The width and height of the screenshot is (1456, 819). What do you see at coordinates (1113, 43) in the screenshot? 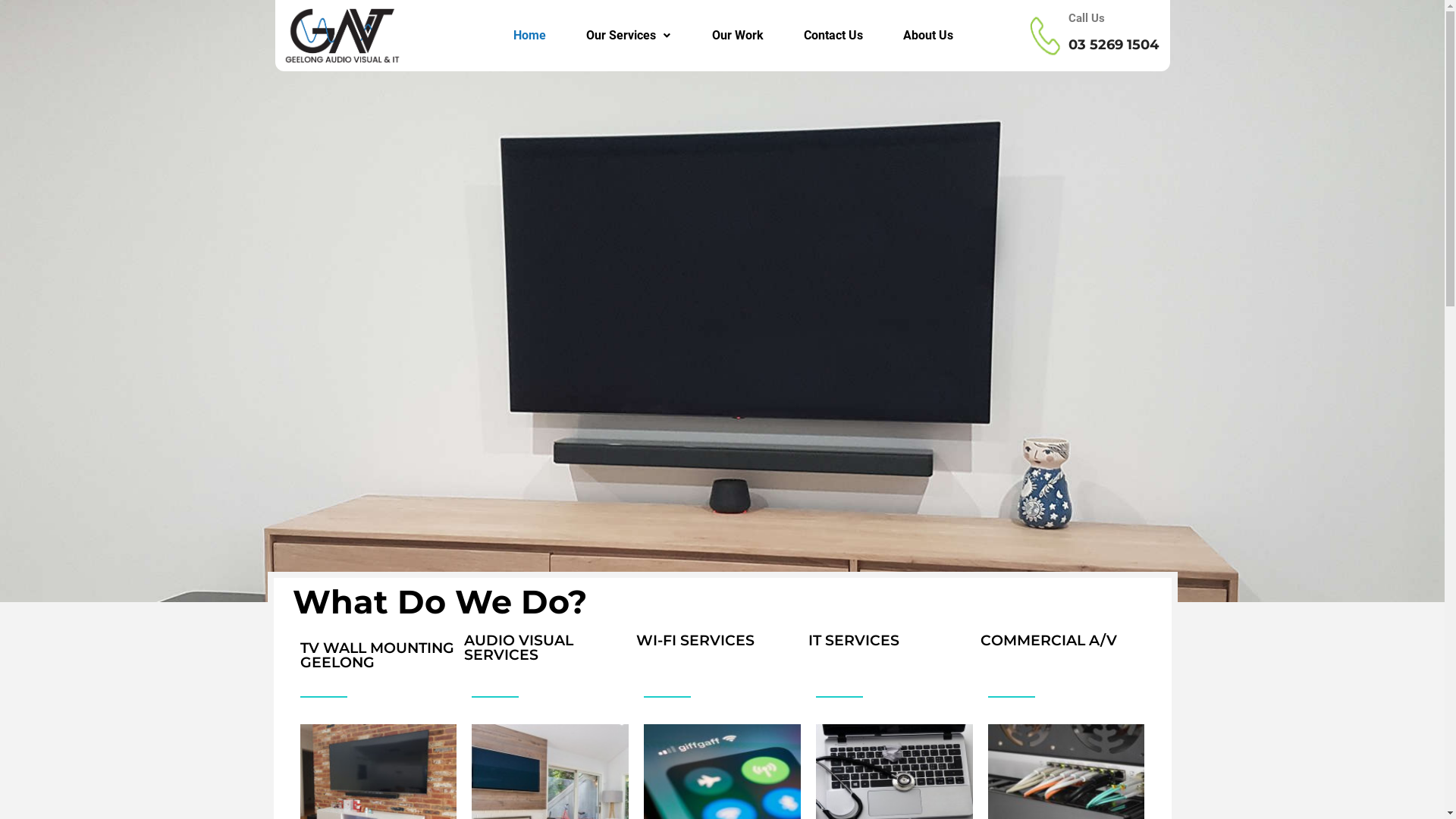
I see `'03 5269 1504'` at bounding box center [1113, 43].